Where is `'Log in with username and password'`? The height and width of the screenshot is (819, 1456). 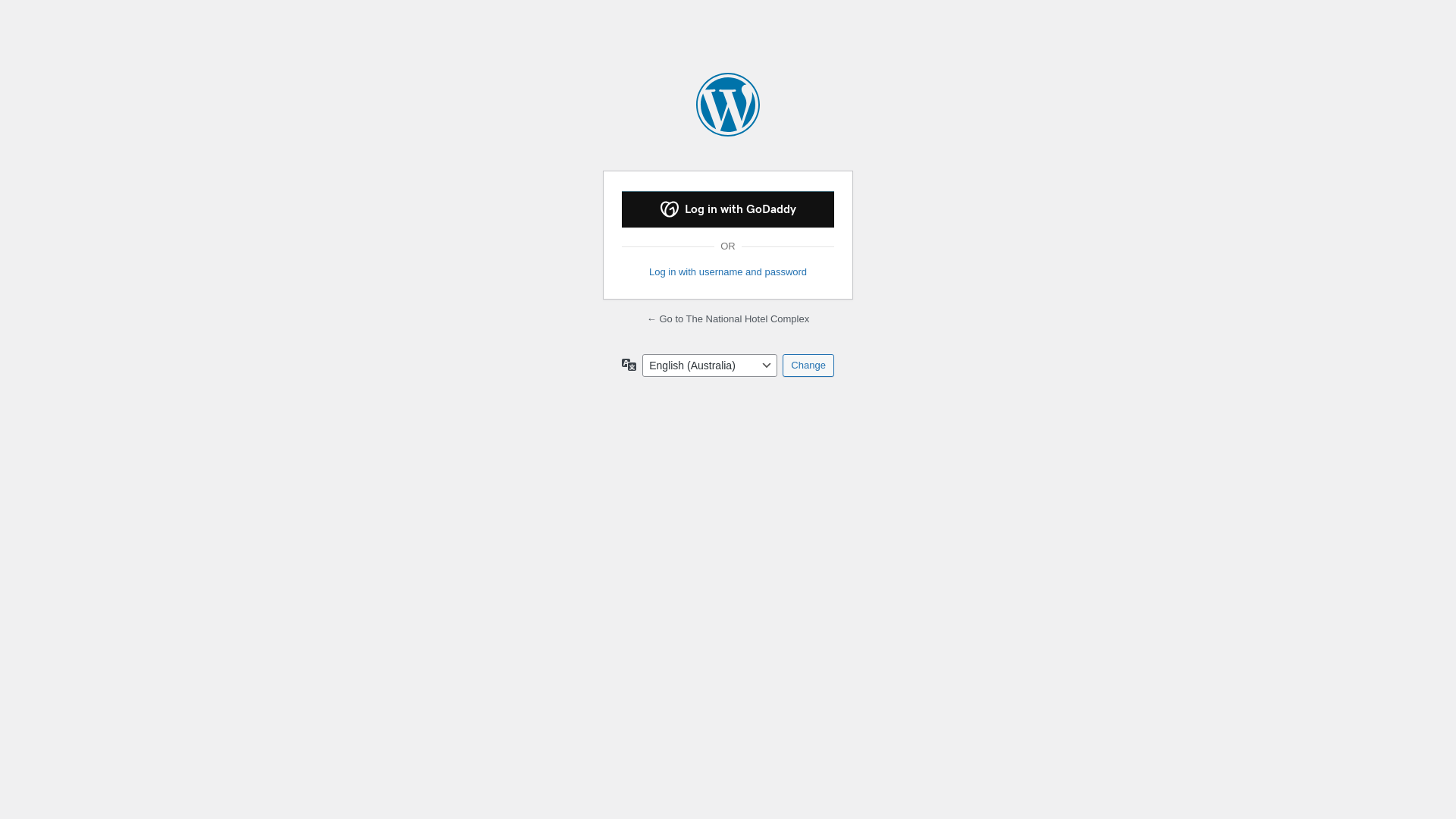 'Log in with username and password' is located at coordinates (728, 271).